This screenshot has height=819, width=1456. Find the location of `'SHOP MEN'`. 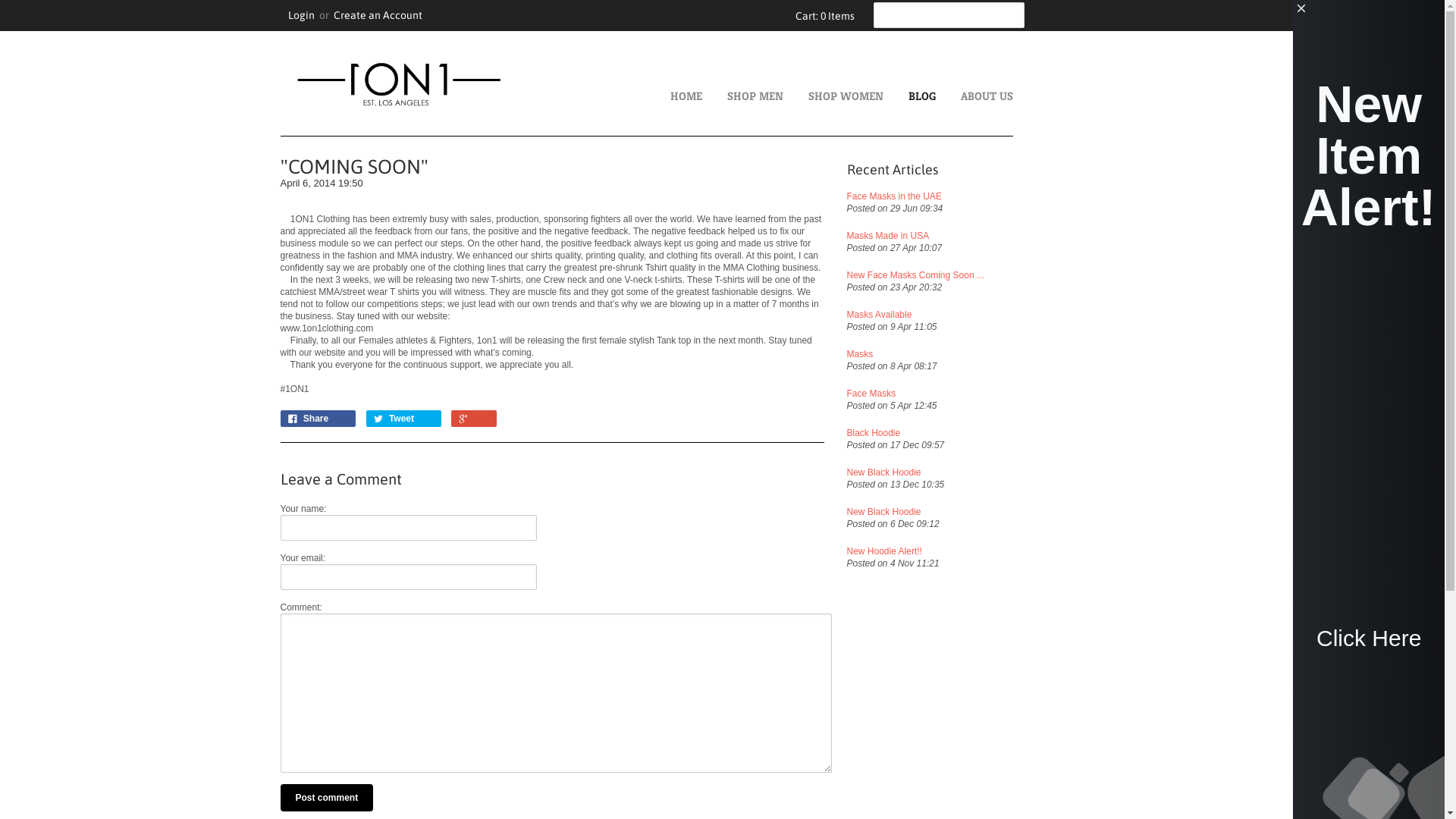

'SHOP MEN' is located at coordinates (779, 96).